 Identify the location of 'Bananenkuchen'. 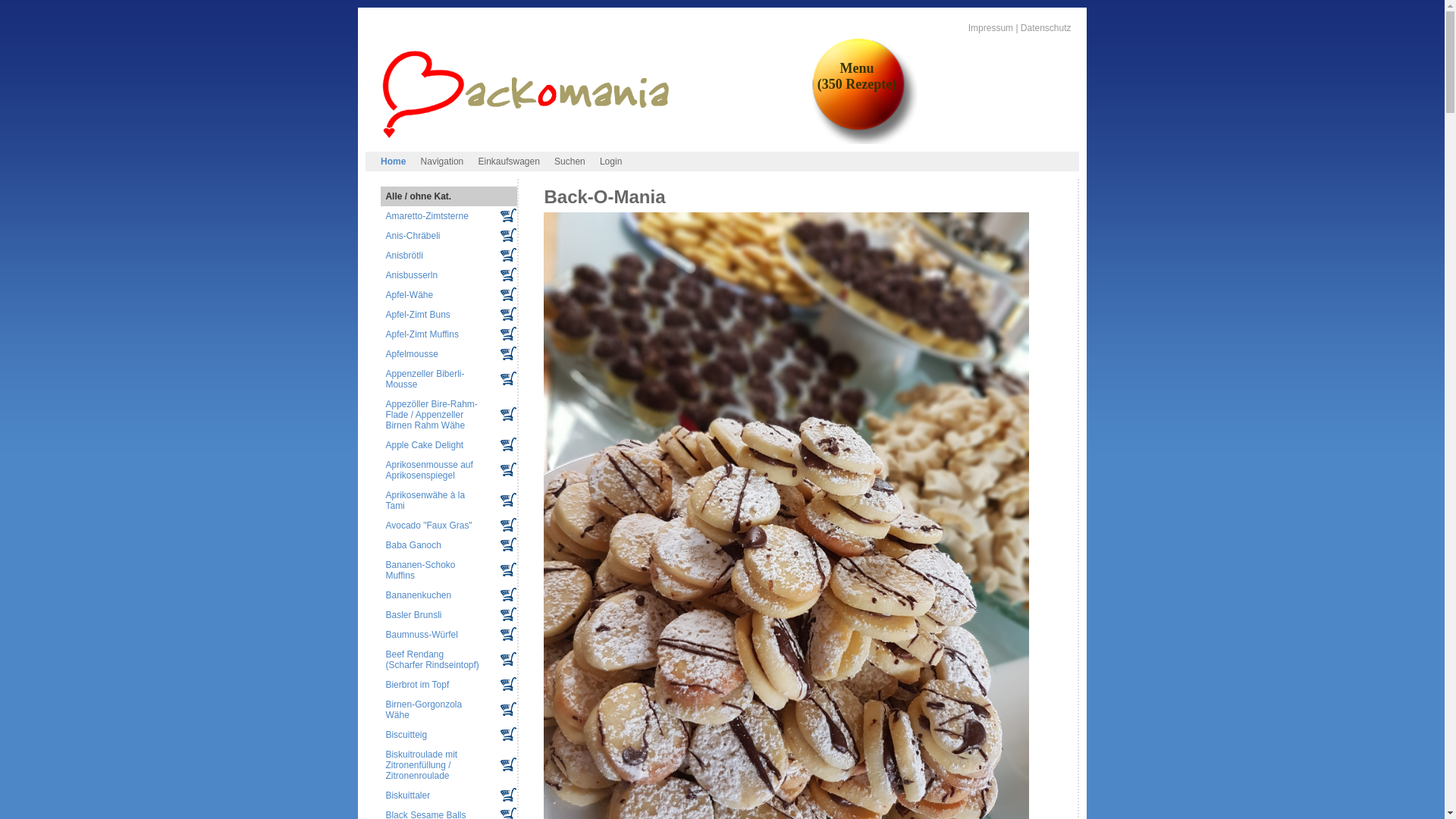
(418, 595).